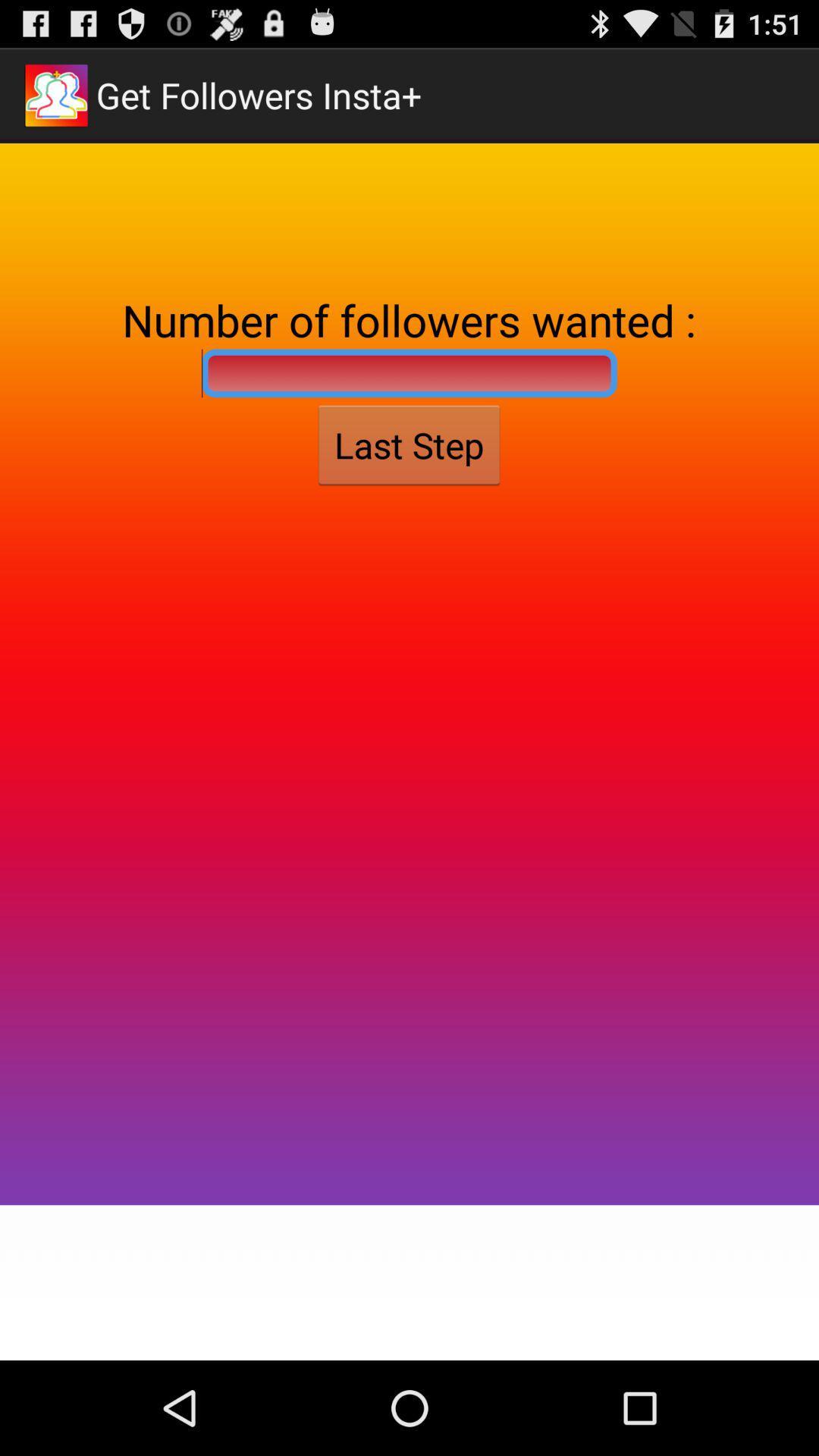 This screenshot has width=819, height=1456. What do you see at coordinates (408, 444) in the screenshot?
I see `last step item` at bounding box center [408, 444].